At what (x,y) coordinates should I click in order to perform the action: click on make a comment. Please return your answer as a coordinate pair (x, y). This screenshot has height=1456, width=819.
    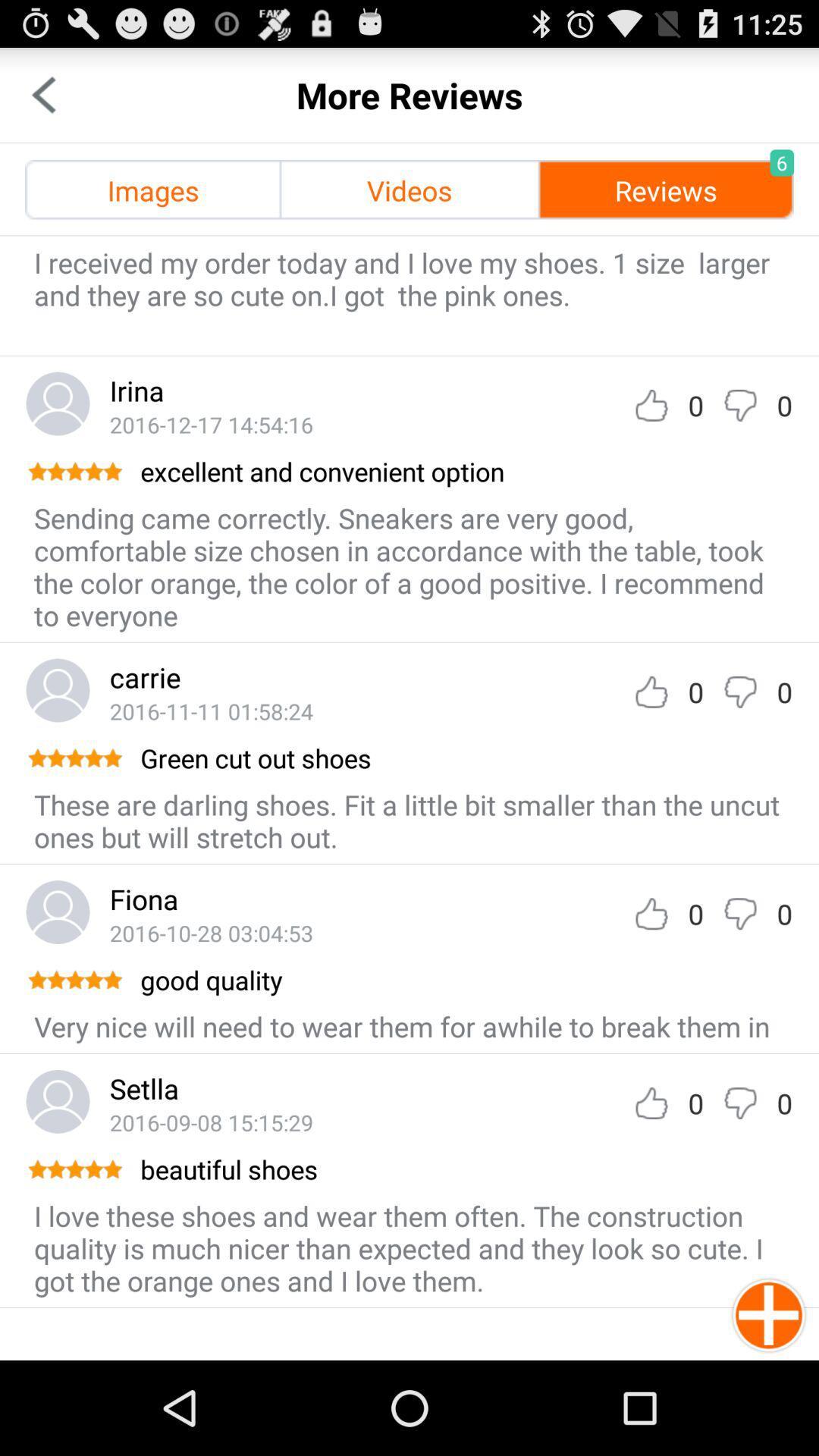
    Looking at the image, I should click on (739, 405).